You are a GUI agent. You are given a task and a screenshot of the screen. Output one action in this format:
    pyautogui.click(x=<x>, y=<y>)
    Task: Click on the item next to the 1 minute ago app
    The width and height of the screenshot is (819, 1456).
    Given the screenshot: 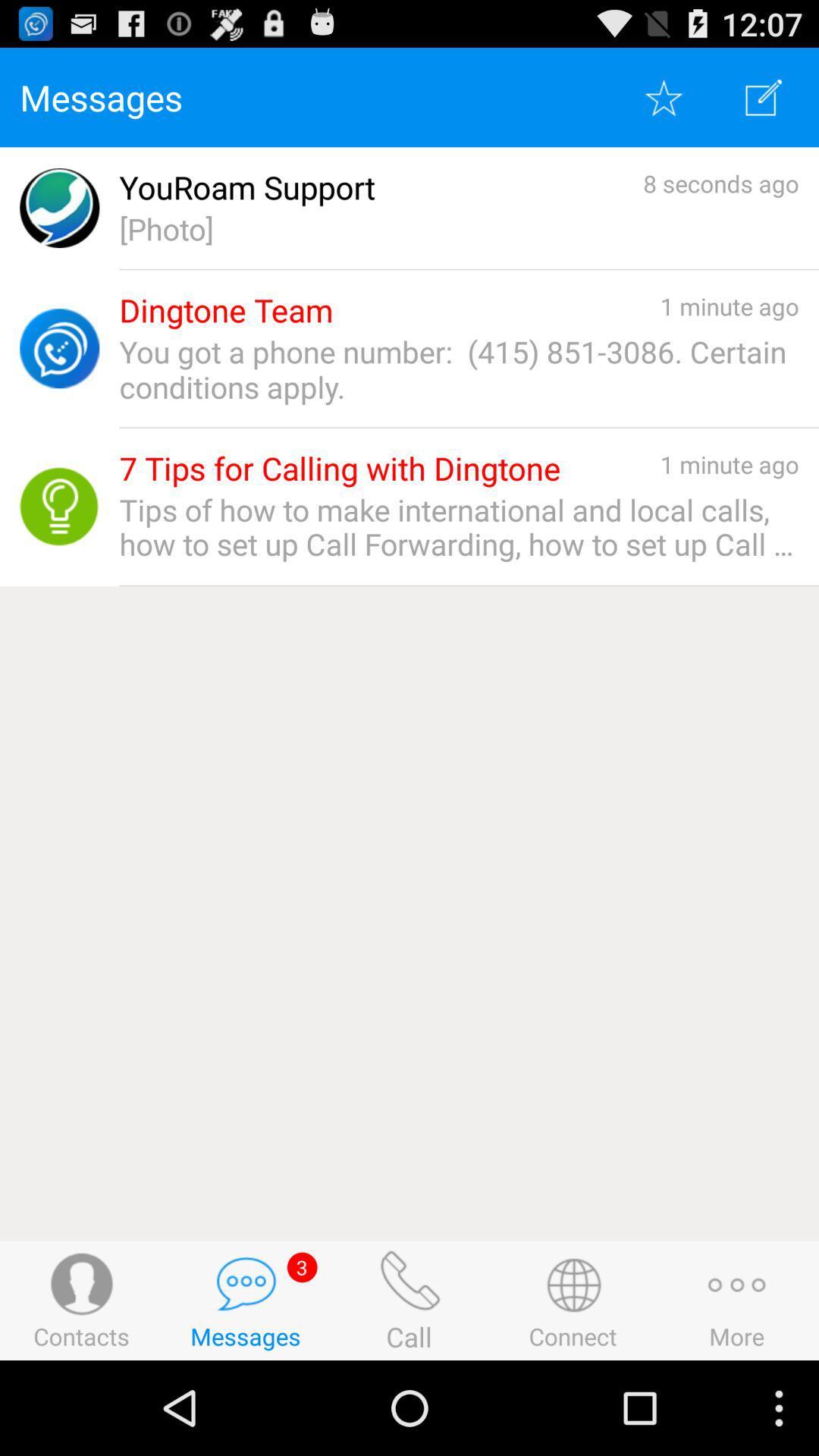 What is the action you would take?
    pyautogui.click(x=339, y=468)
    